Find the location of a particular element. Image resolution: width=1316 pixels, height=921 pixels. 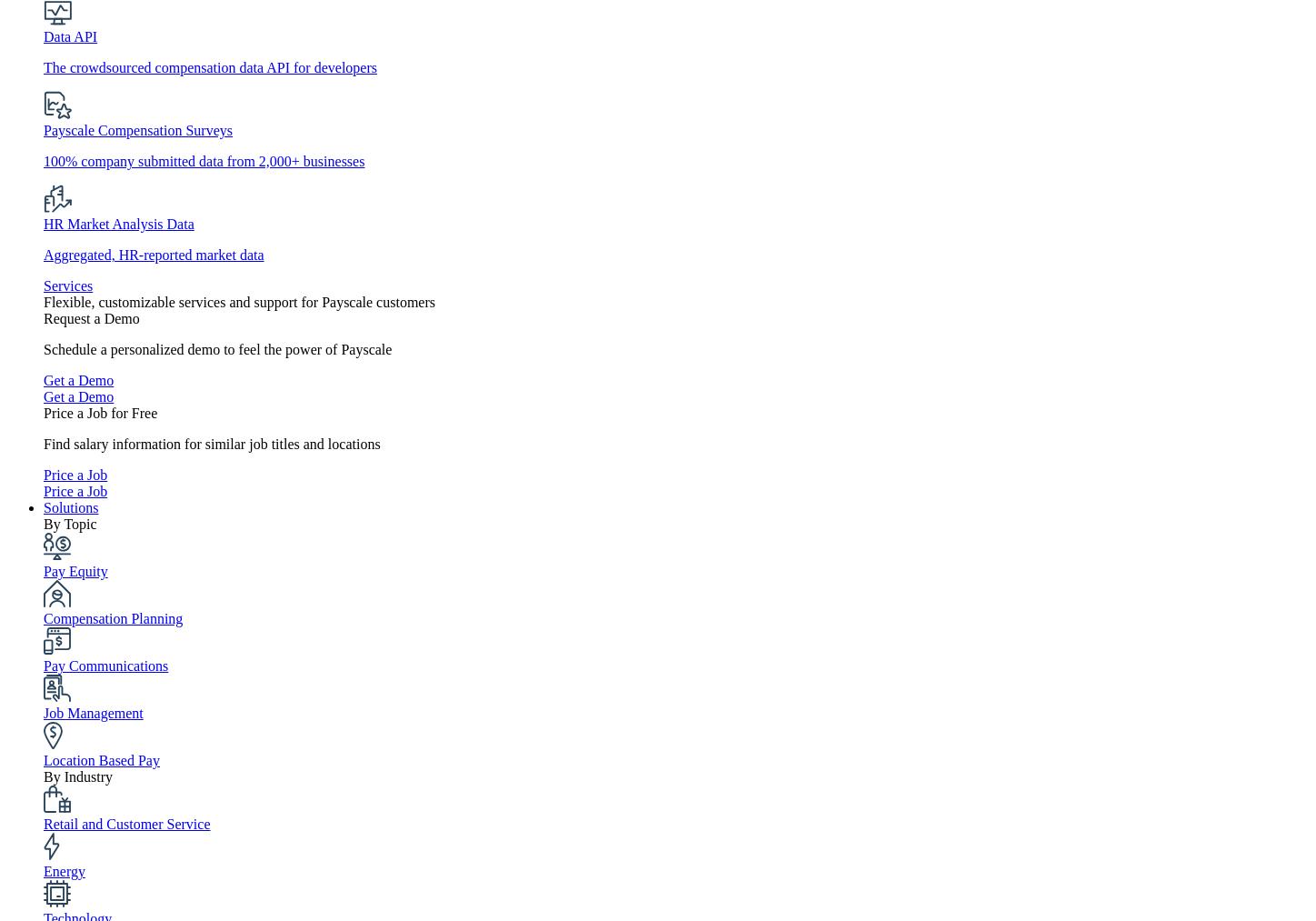

'Payscale Compensation Surveys' is located at coordinates (136, 130).